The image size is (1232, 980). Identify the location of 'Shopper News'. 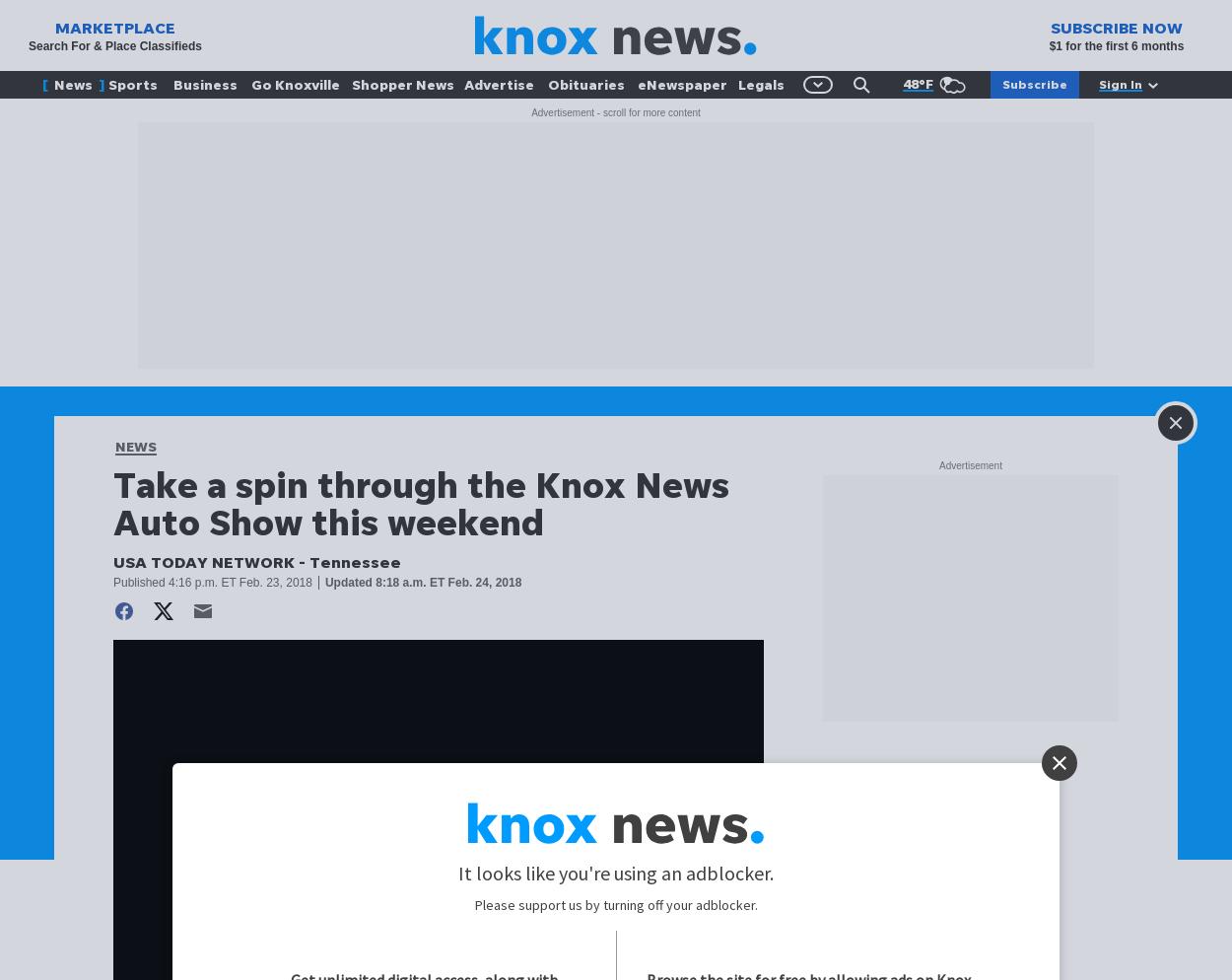
(402, 84).